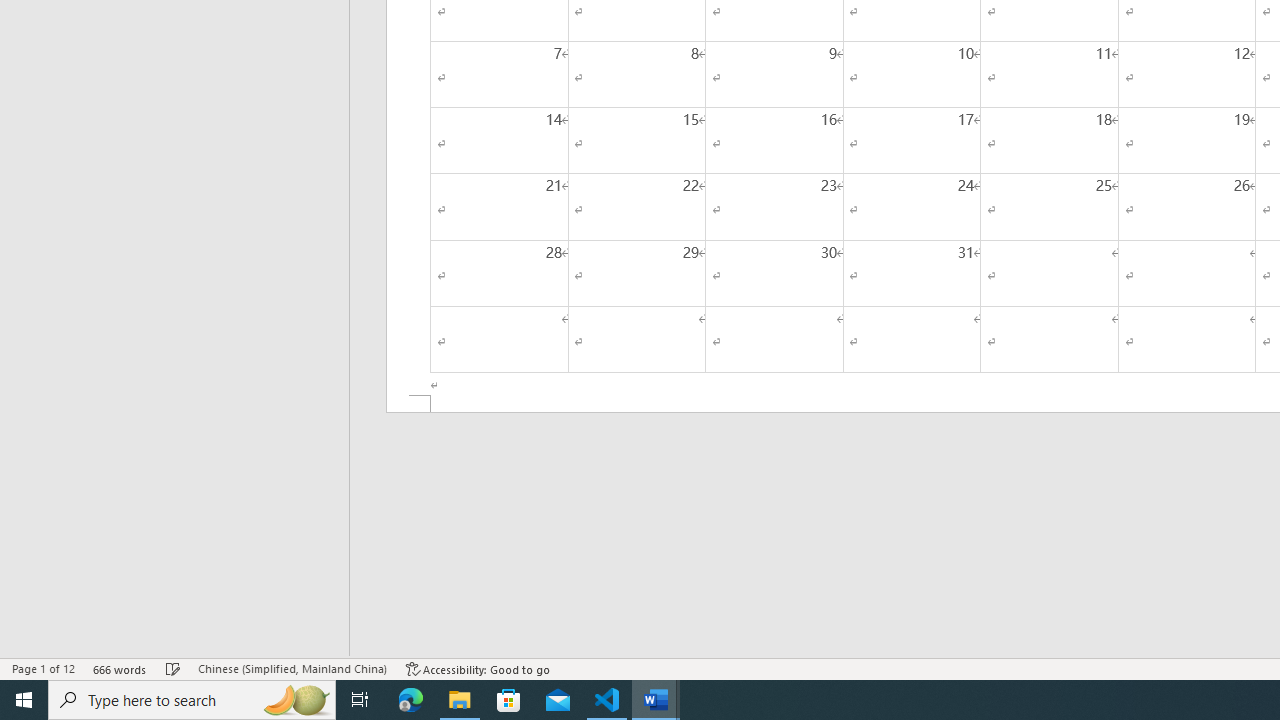 The image size is (1280, 720). What do you see at coordinates (294, 698) in the screenshot?
I see `'Search highlights icon opens search home window'` at bounding box center [294, 698].